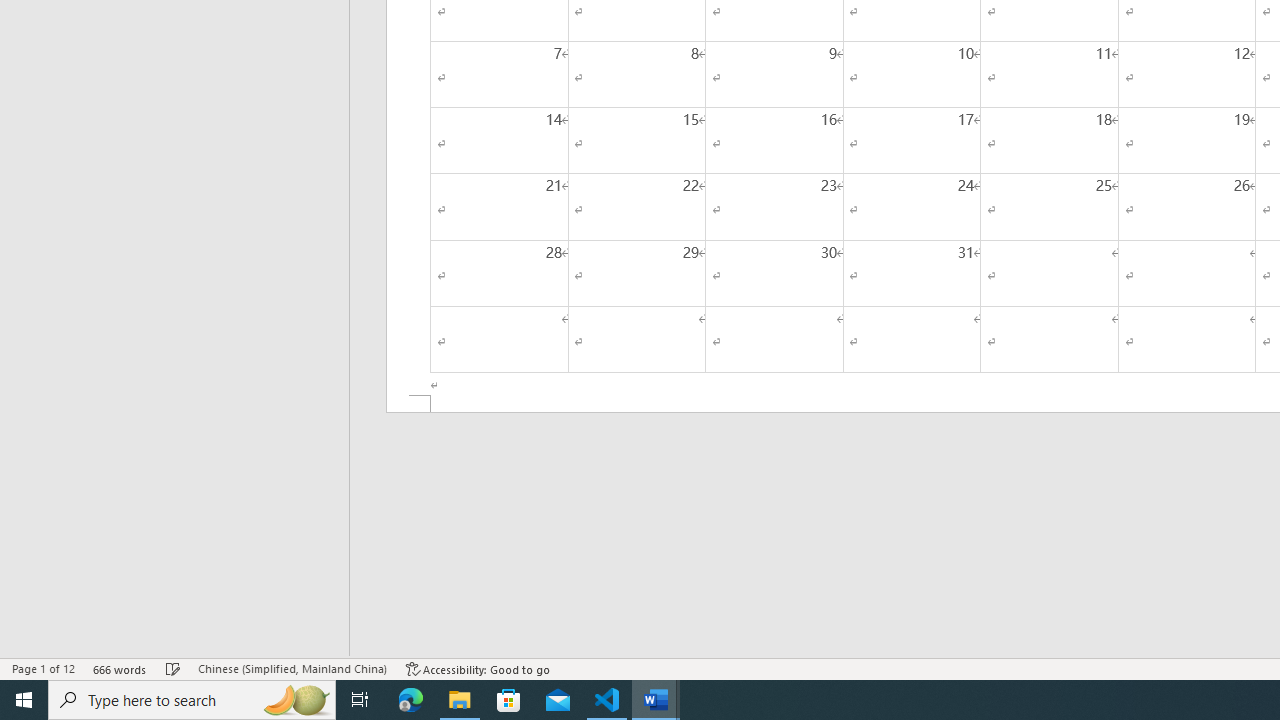 The image size is (1280, 720). What do you see at coordinates (294, 698) in the screenshot?
I see `'Search highlights icon opens search home window'` at bounding box center [294, 698].